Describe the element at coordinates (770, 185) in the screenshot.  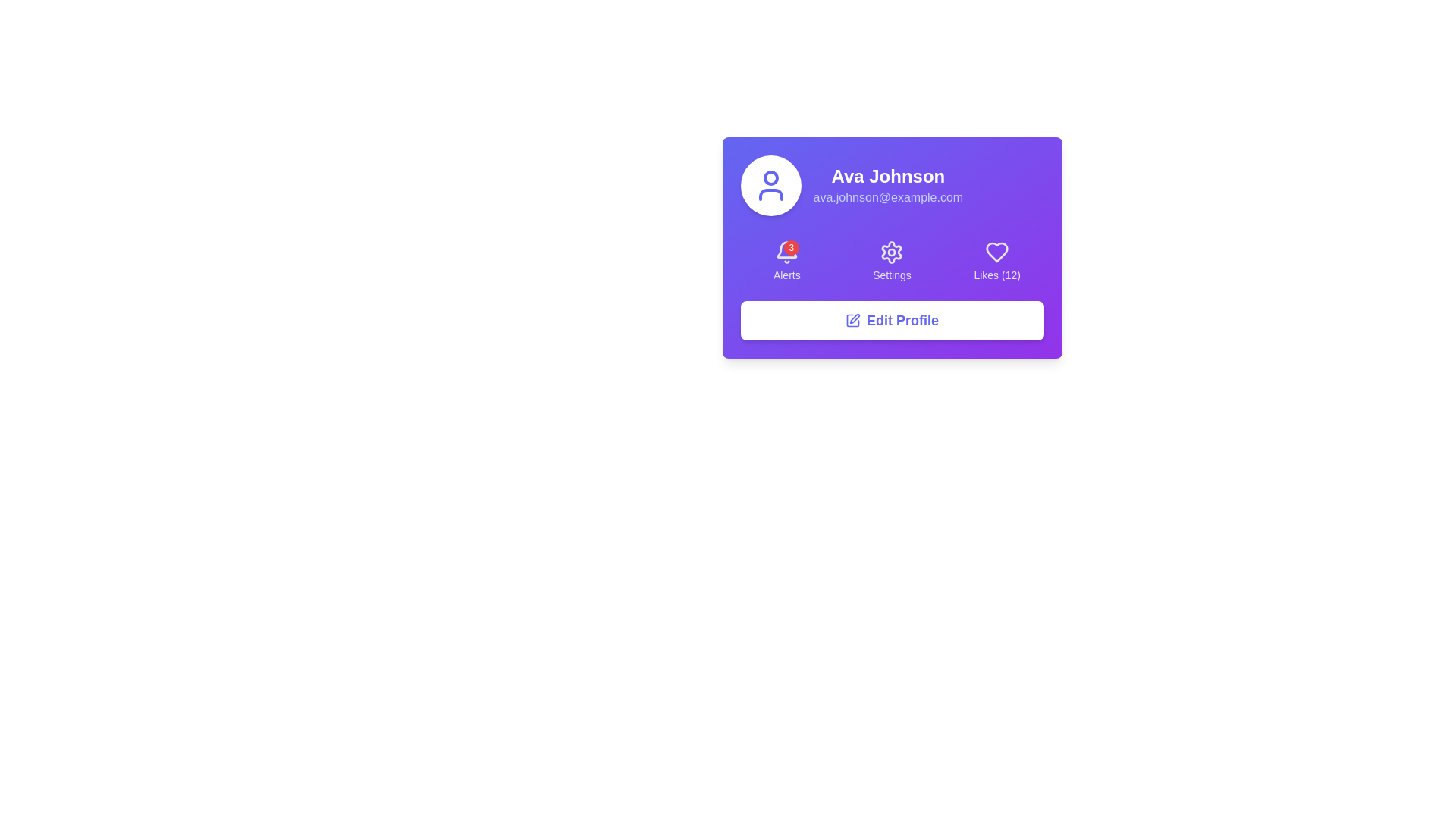
I see `the profile picture placeholder icon located in the top-left portion of the card layout, which indicates the user's identity` at that location.